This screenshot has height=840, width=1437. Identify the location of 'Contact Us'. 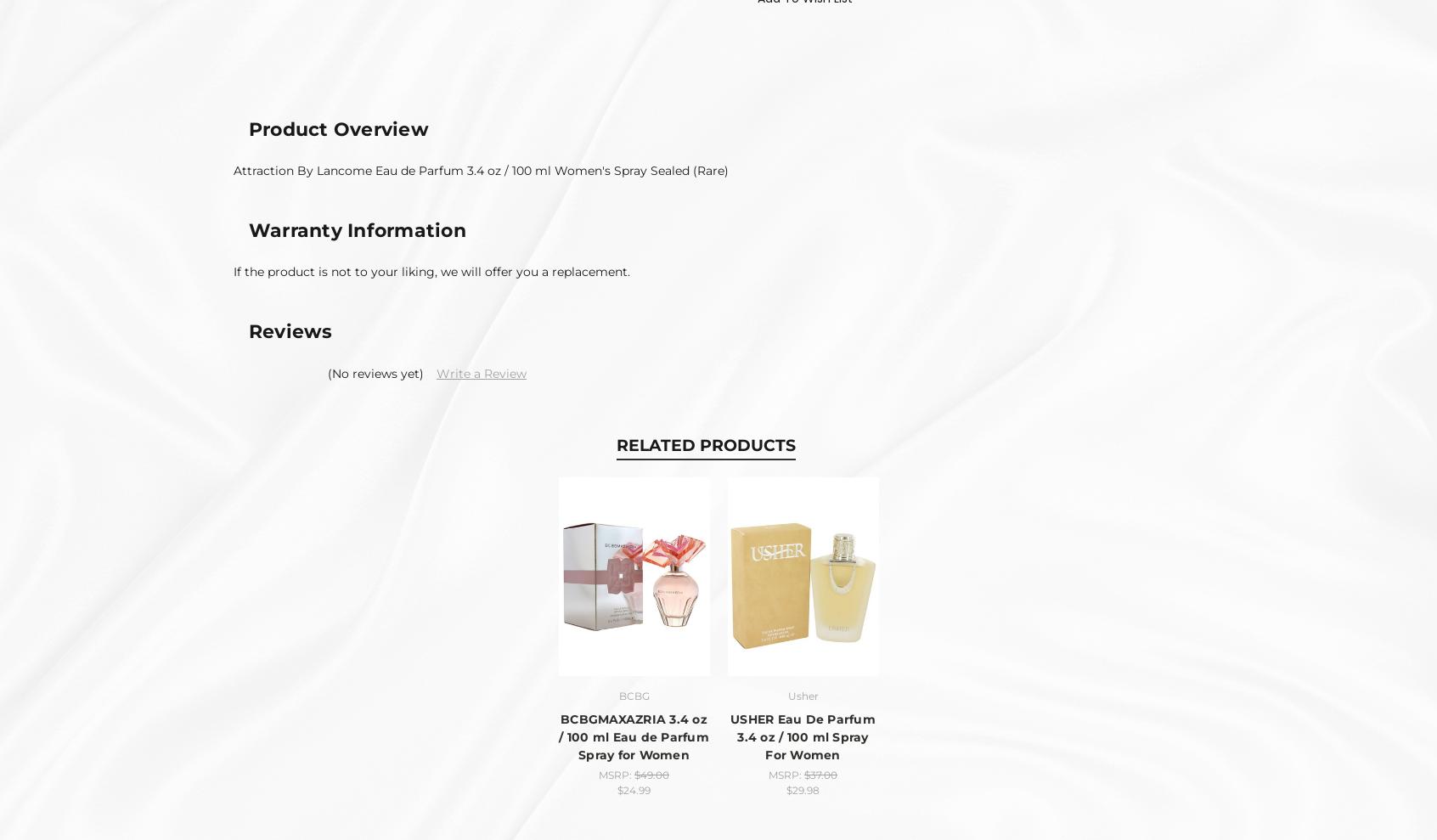
(255, 565).